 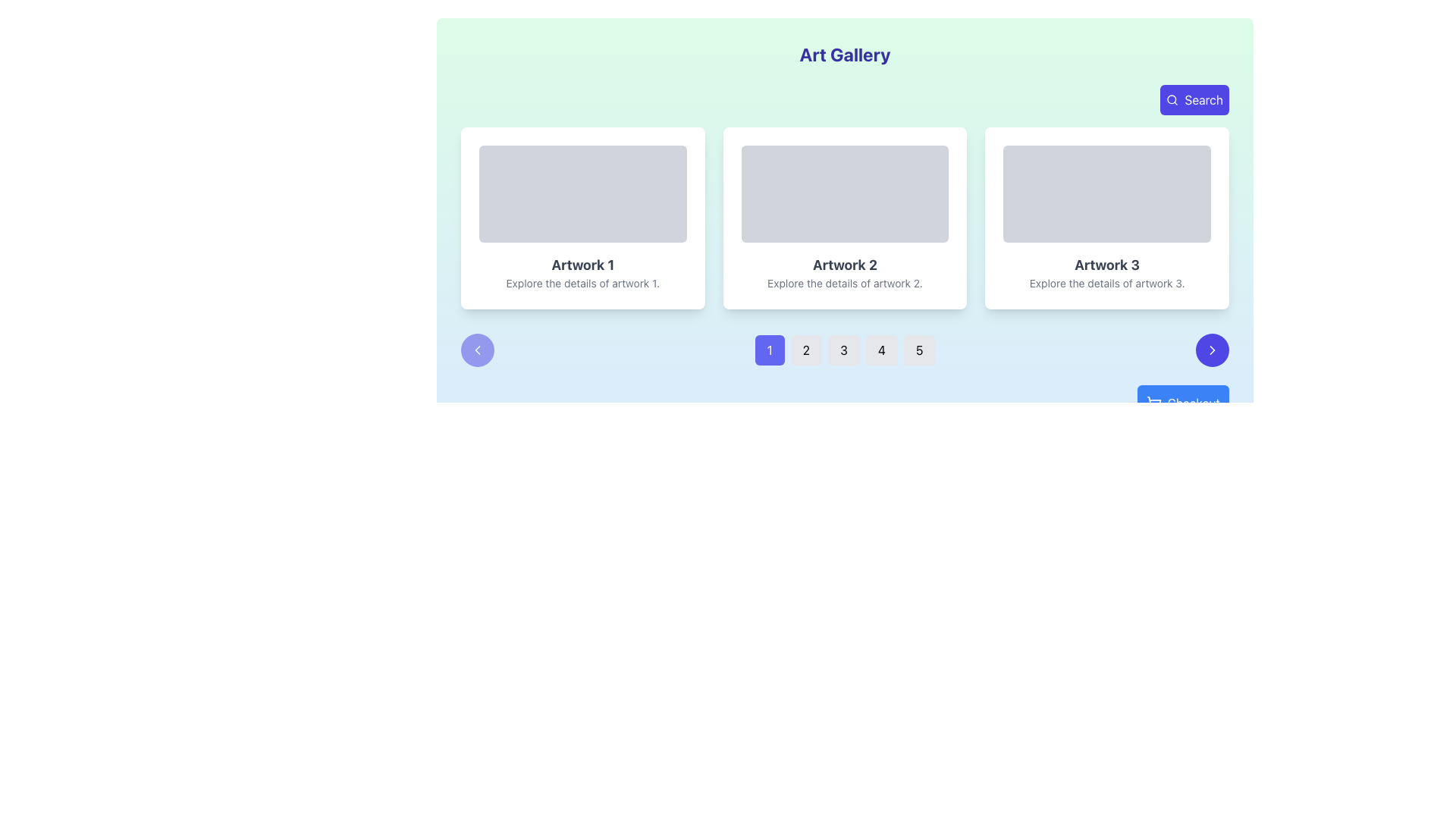 I want to click on the pagination control button, so click(x=844, y=350).